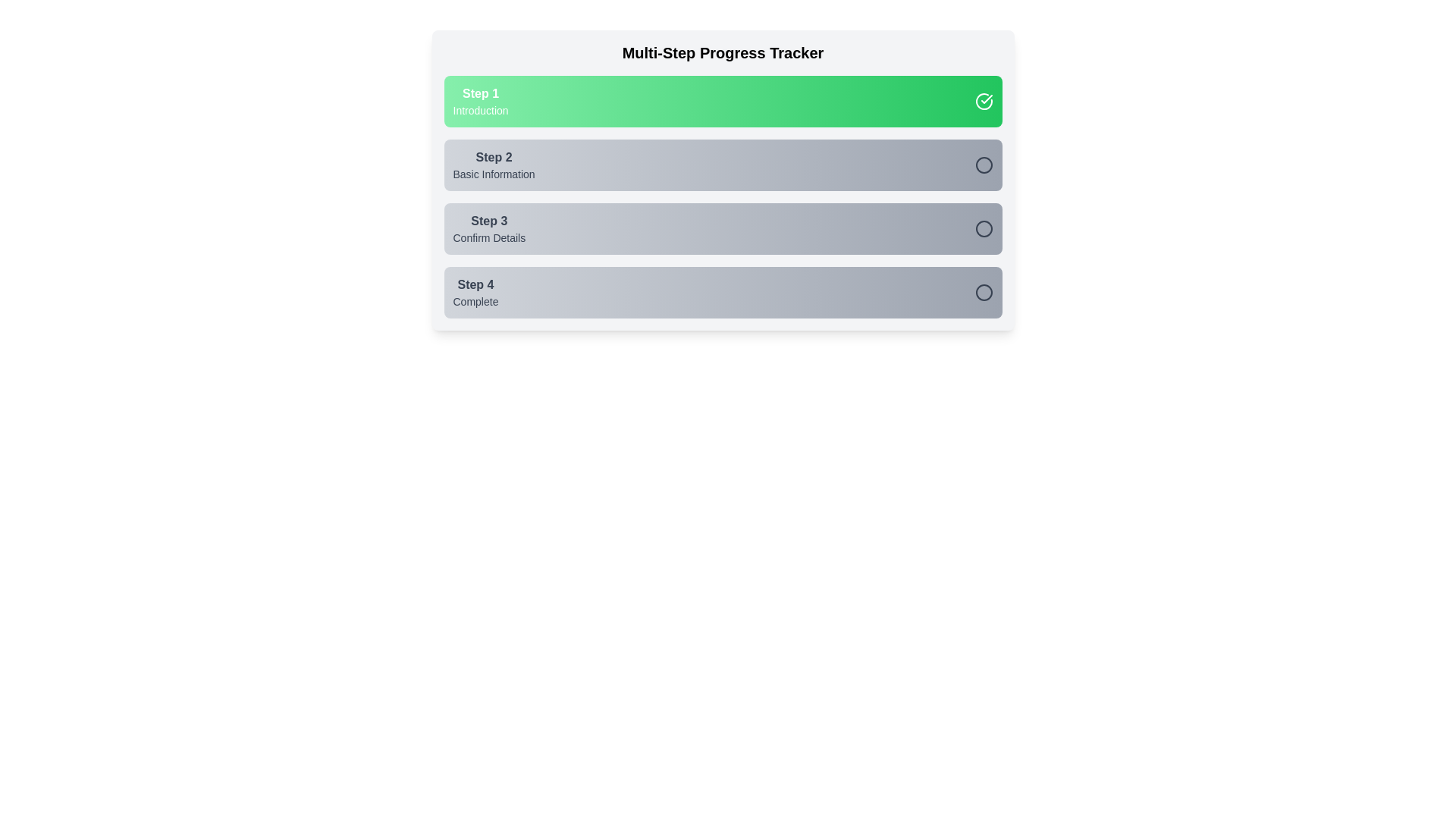 This screenshot has width=1456, height=819. Describe the element at coordinates (475, 301) in the screenshot. I see `the text label 'Complete' located in the bottom-left corner of the 'Step 4' box in the progress tracker interface` at that location.